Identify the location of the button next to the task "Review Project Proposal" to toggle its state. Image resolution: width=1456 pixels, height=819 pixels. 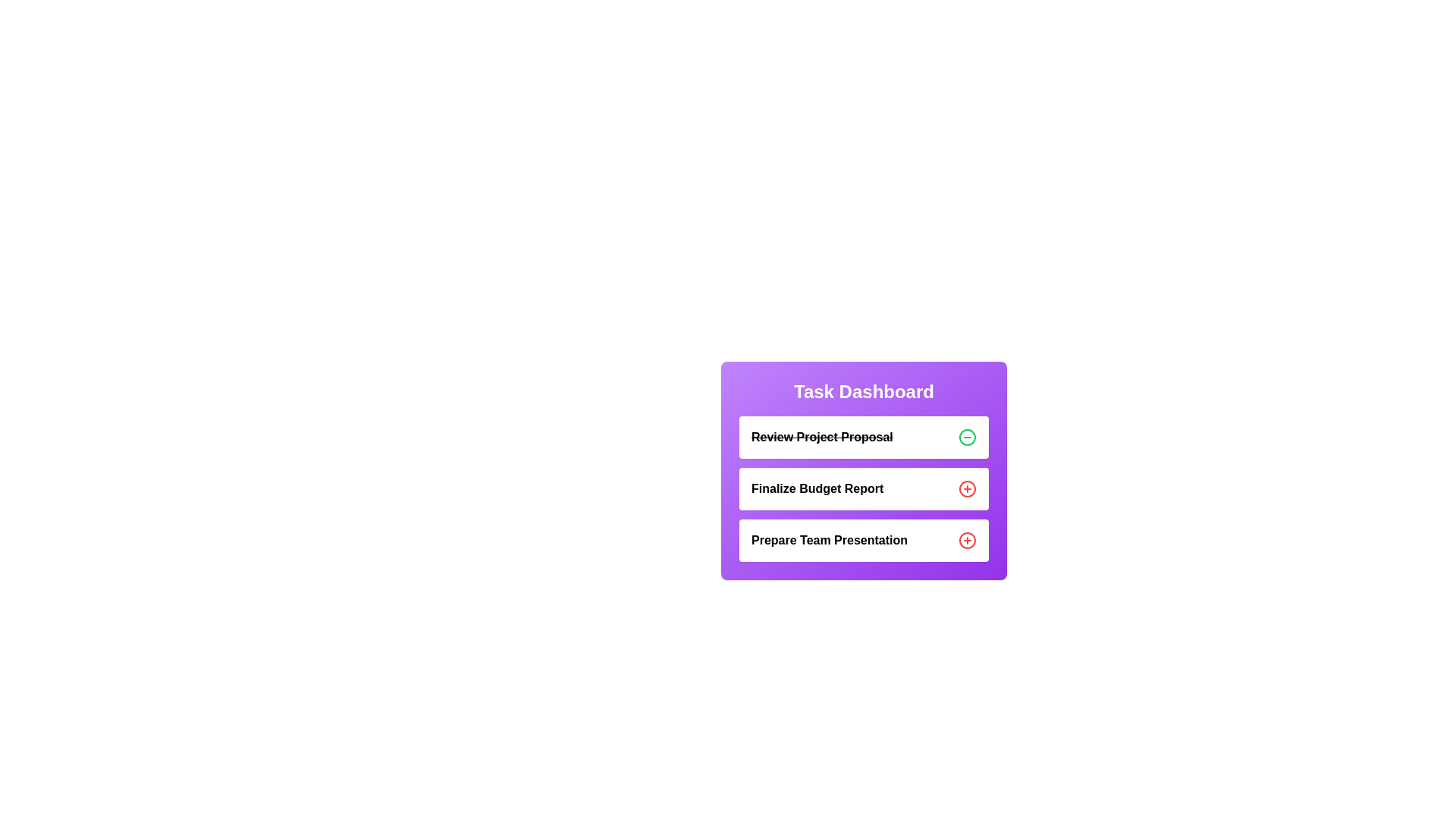
(967, 438).